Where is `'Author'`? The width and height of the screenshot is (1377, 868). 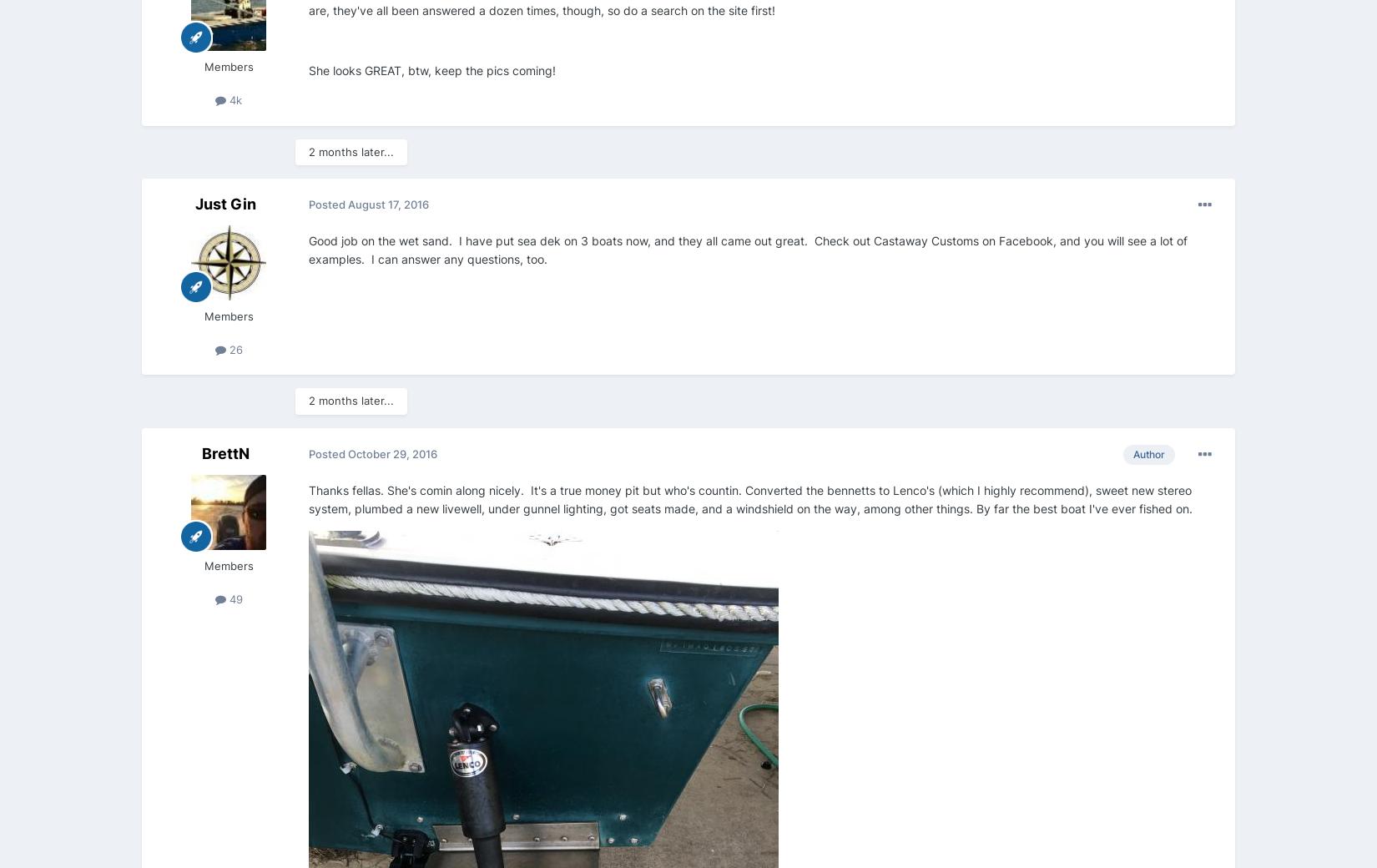
'Author' is located at coordinates (1147, 452).